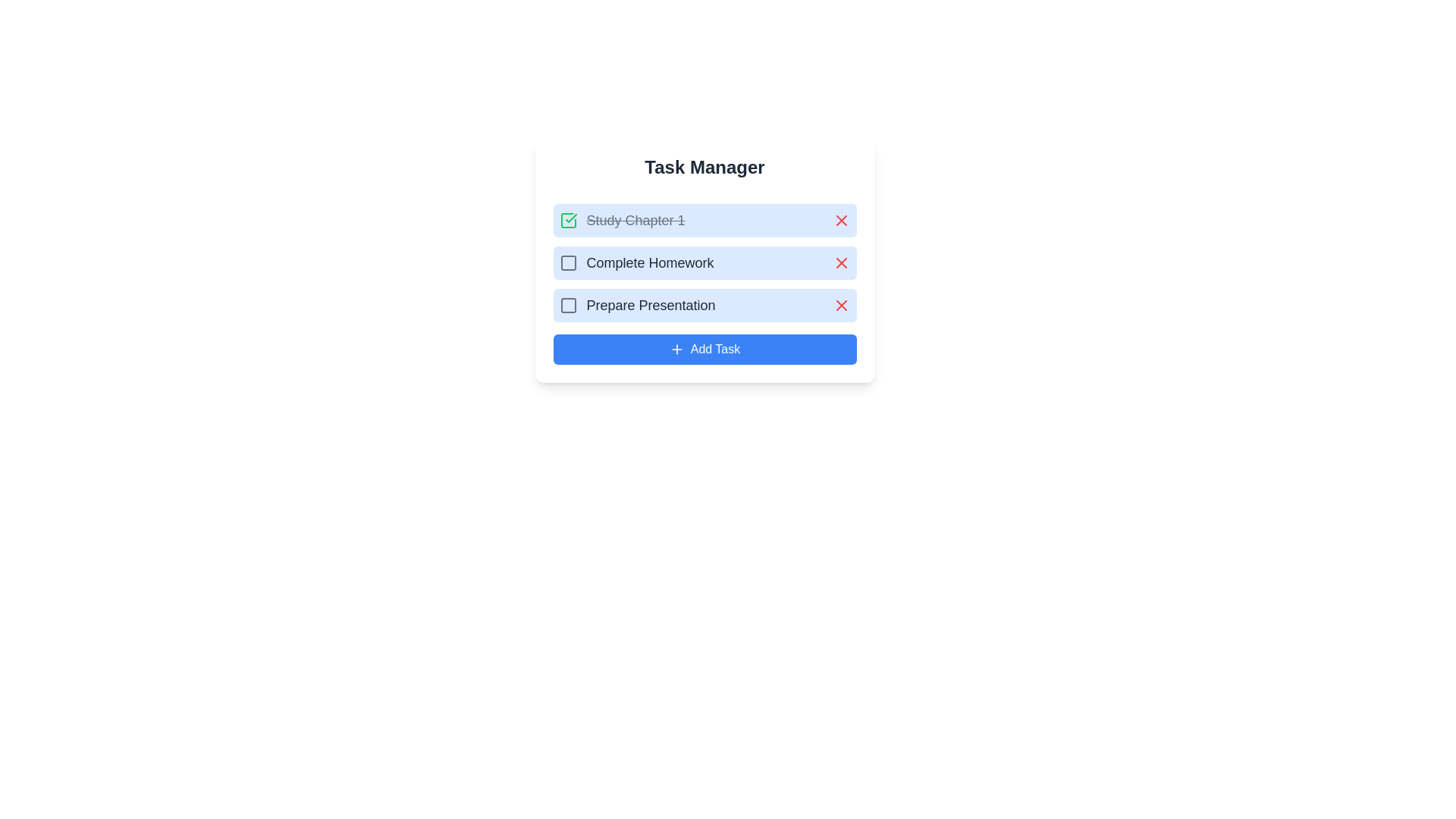  I want to click on the delete SVG Icon located to the right of the 'Complete Homework' task row in the Task Manager interface, so click(840, 262).